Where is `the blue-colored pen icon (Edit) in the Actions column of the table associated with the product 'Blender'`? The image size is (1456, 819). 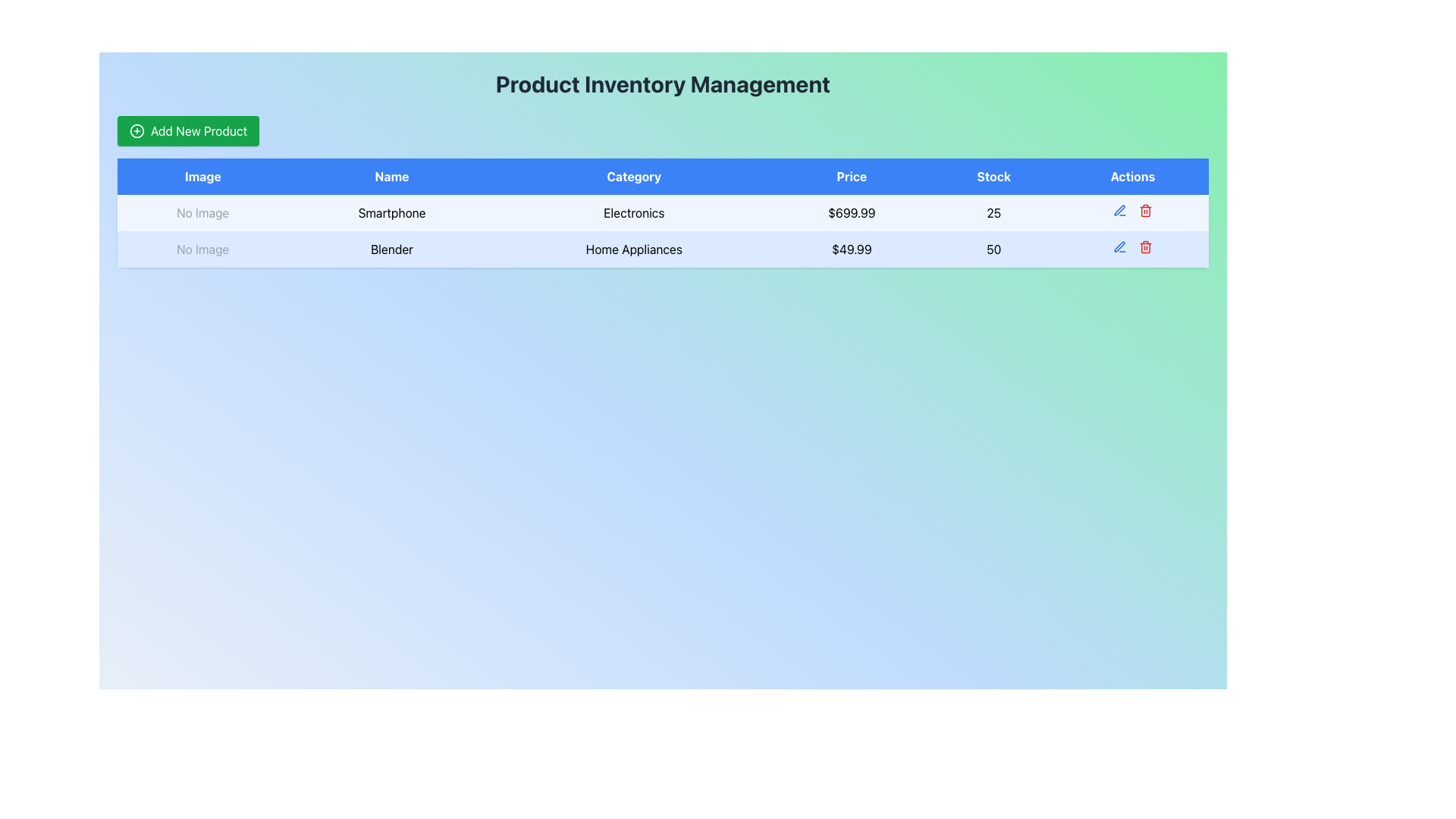 the blue-colored pen icon (Edit) in the Actions column of the table associated with the product 'Blender' is located at coordinates (1119, 210).